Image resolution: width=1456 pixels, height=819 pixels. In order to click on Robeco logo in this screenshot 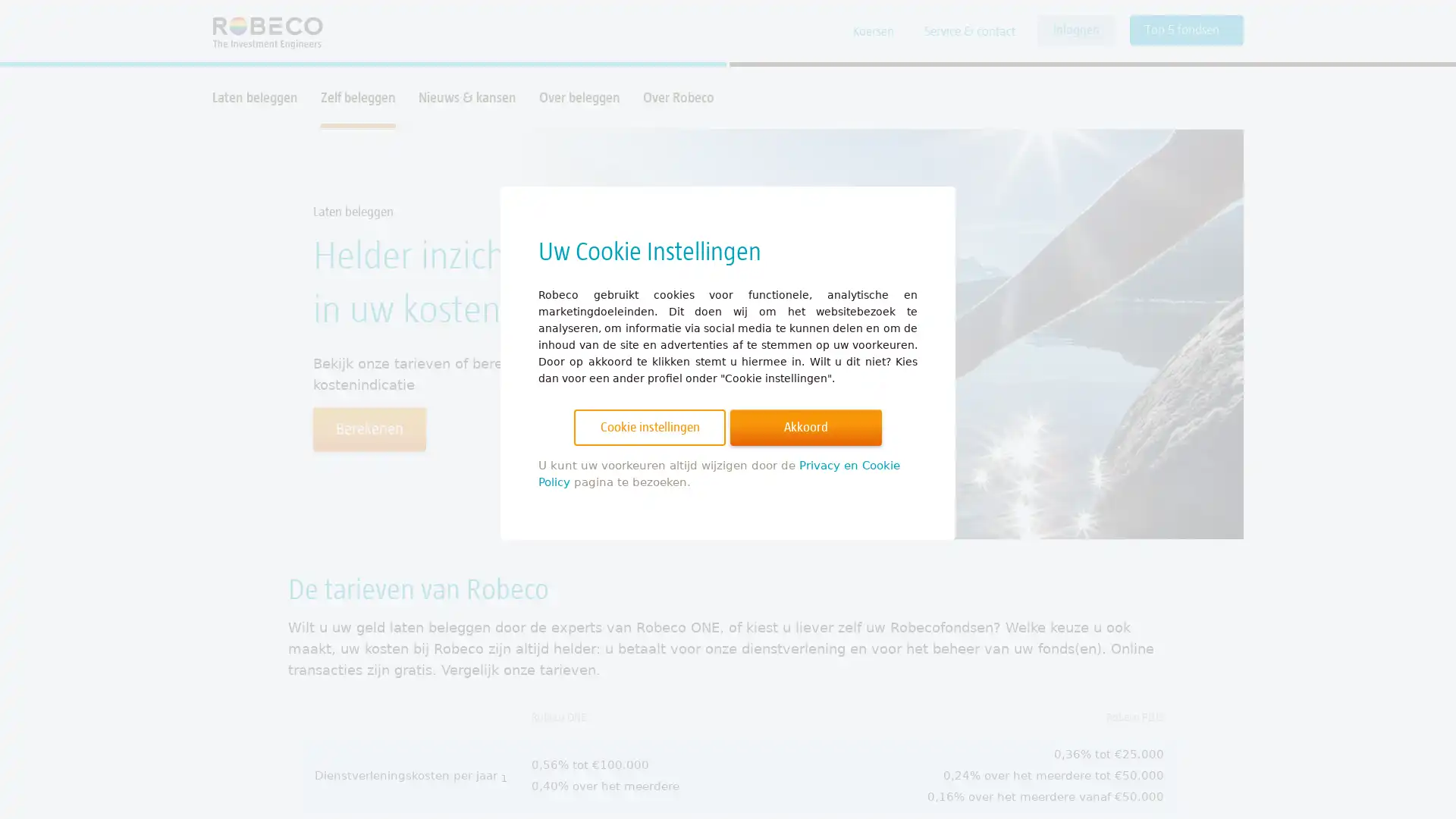, I will do `click(260, 31)`.